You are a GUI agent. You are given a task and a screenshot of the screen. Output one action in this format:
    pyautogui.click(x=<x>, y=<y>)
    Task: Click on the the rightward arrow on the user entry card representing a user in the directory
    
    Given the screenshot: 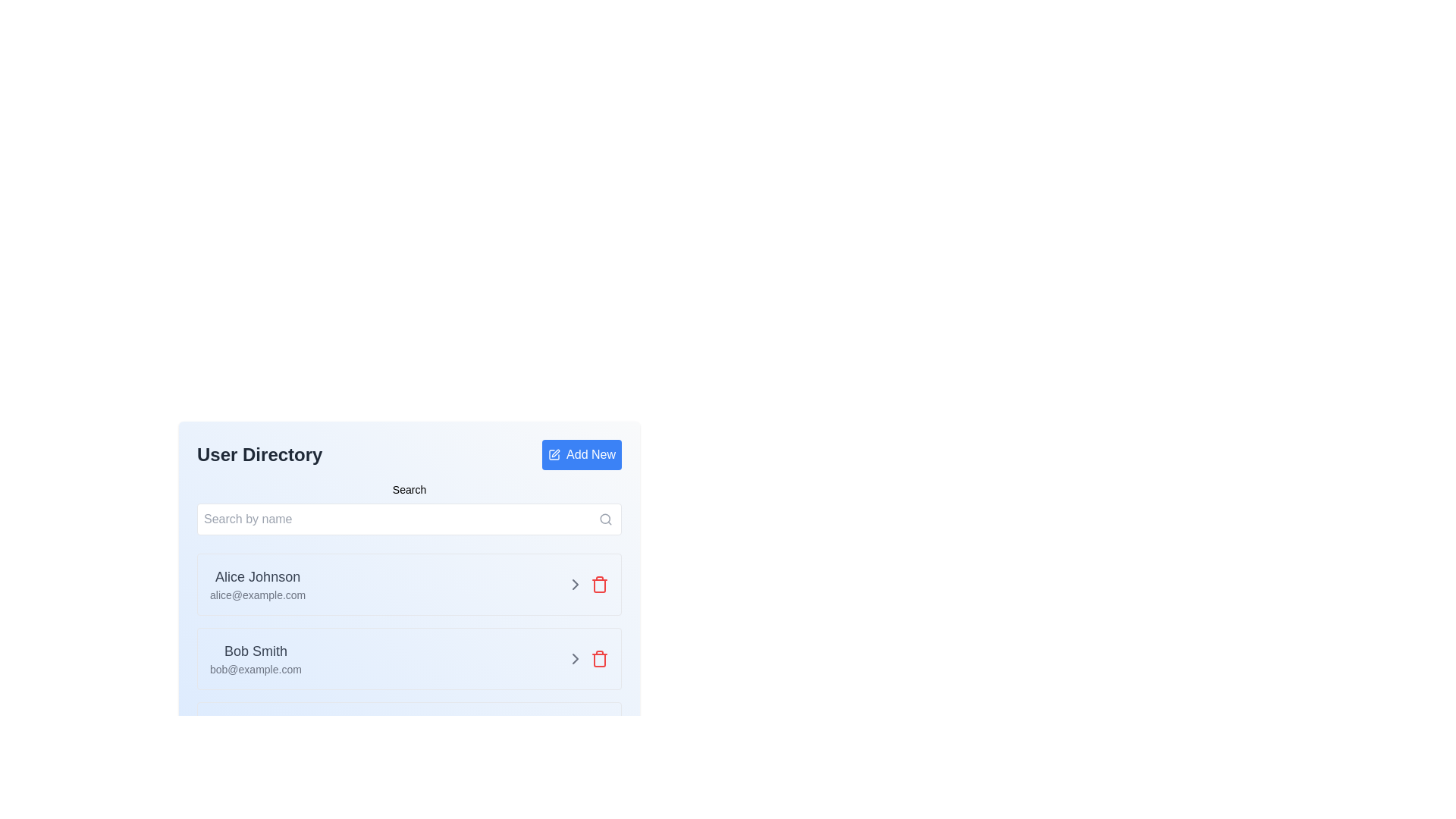 What is the action you would take?
    pyautogui.click(x=409, y=657)
    